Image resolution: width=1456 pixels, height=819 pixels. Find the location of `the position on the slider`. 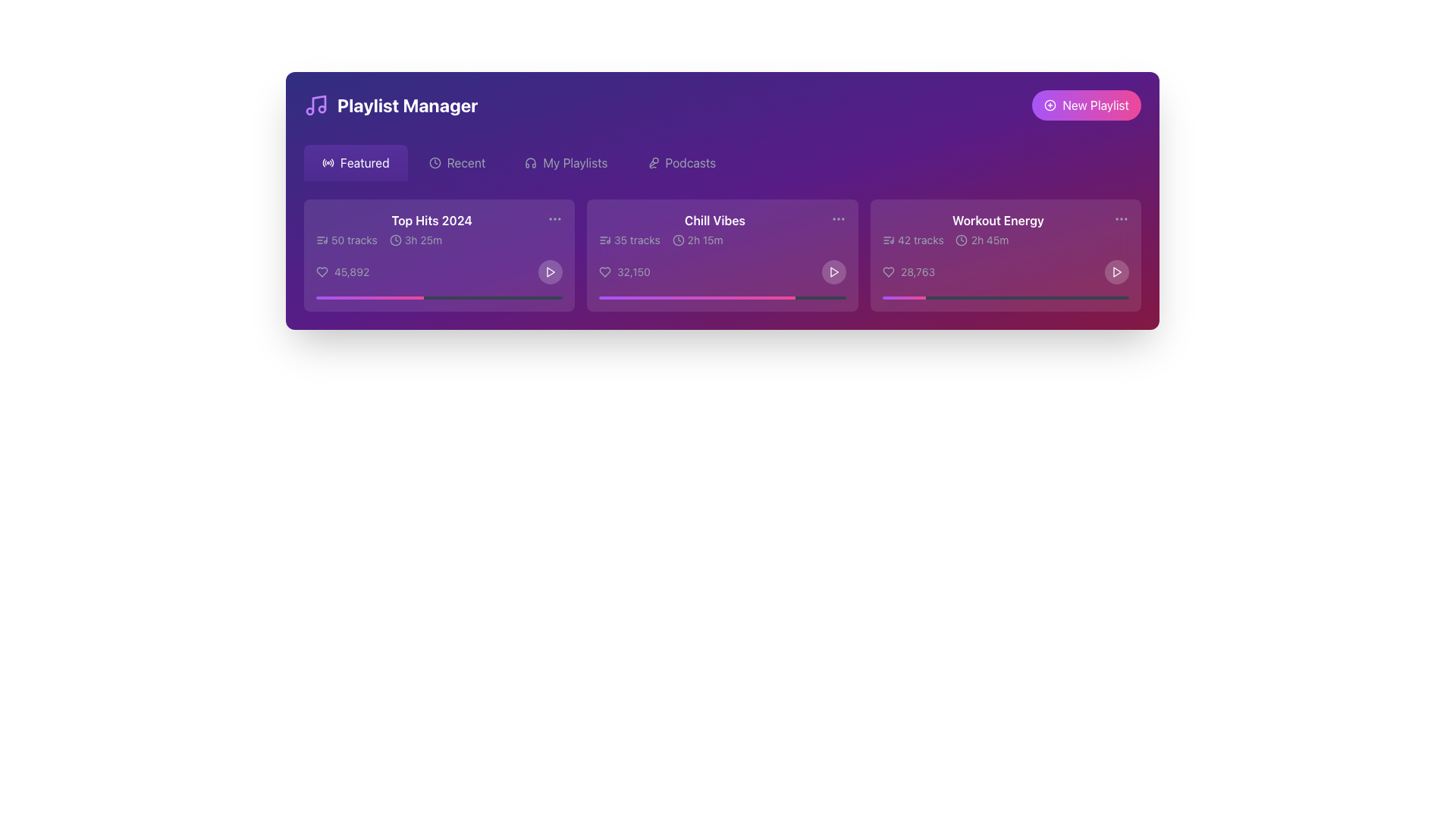

the position on the slider is located at coordinates (748, 298).